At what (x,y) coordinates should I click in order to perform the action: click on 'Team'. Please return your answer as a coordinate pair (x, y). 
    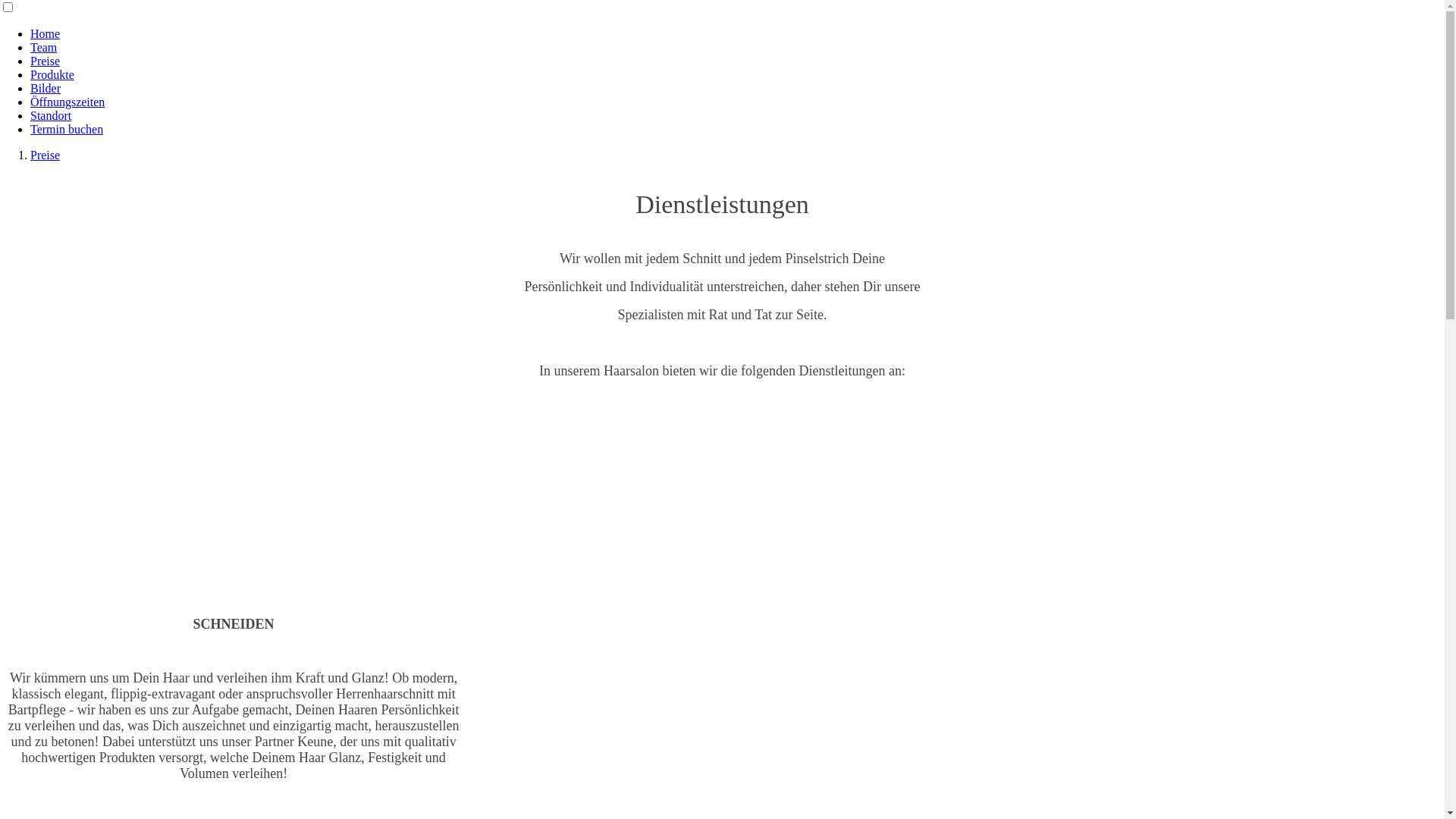
    Looking at the image, I should click on (43, 46).